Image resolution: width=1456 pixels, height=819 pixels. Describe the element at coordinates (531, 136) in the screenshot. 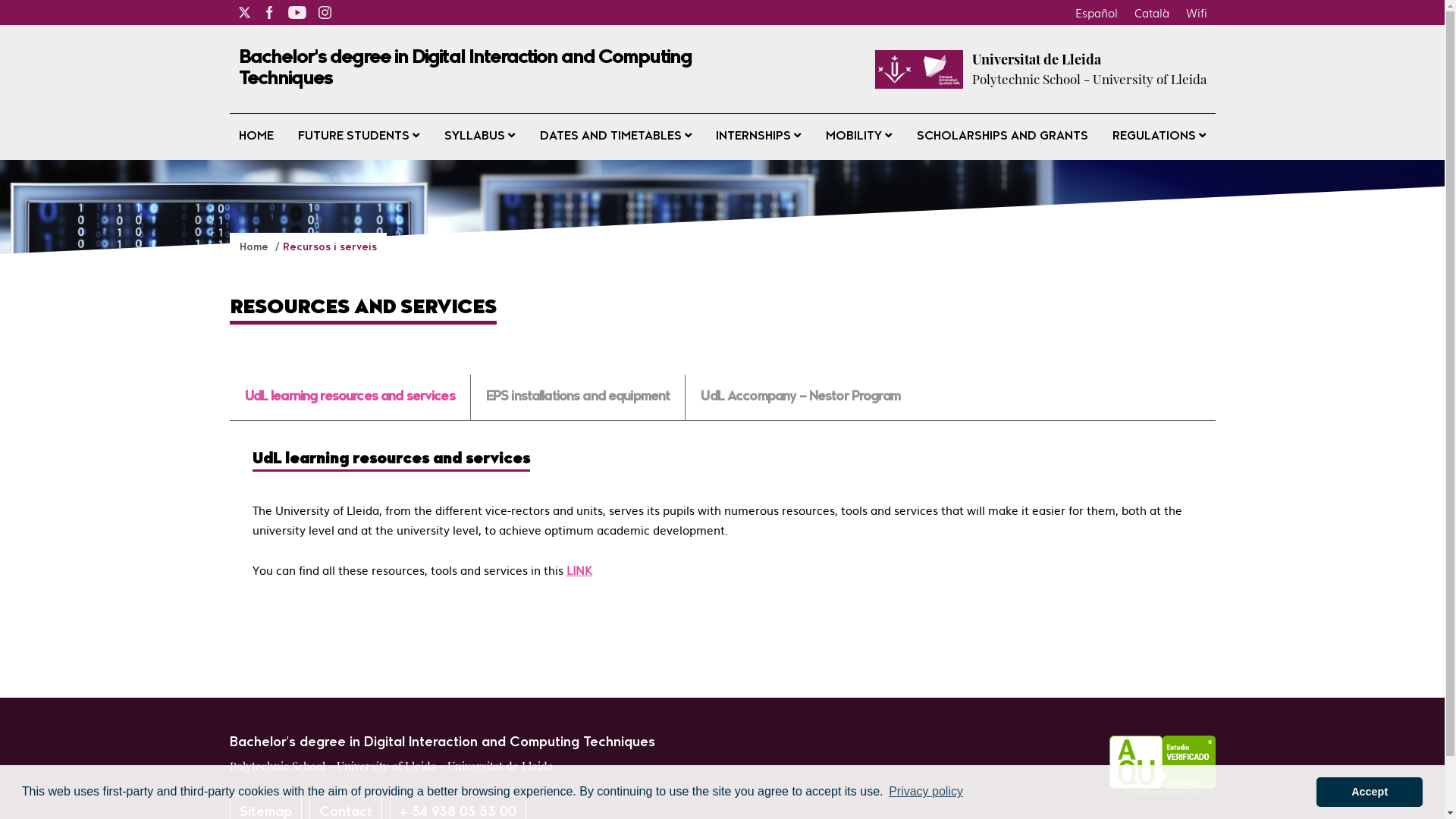

I see `'DATES AND TIMETABLES'` at that location.